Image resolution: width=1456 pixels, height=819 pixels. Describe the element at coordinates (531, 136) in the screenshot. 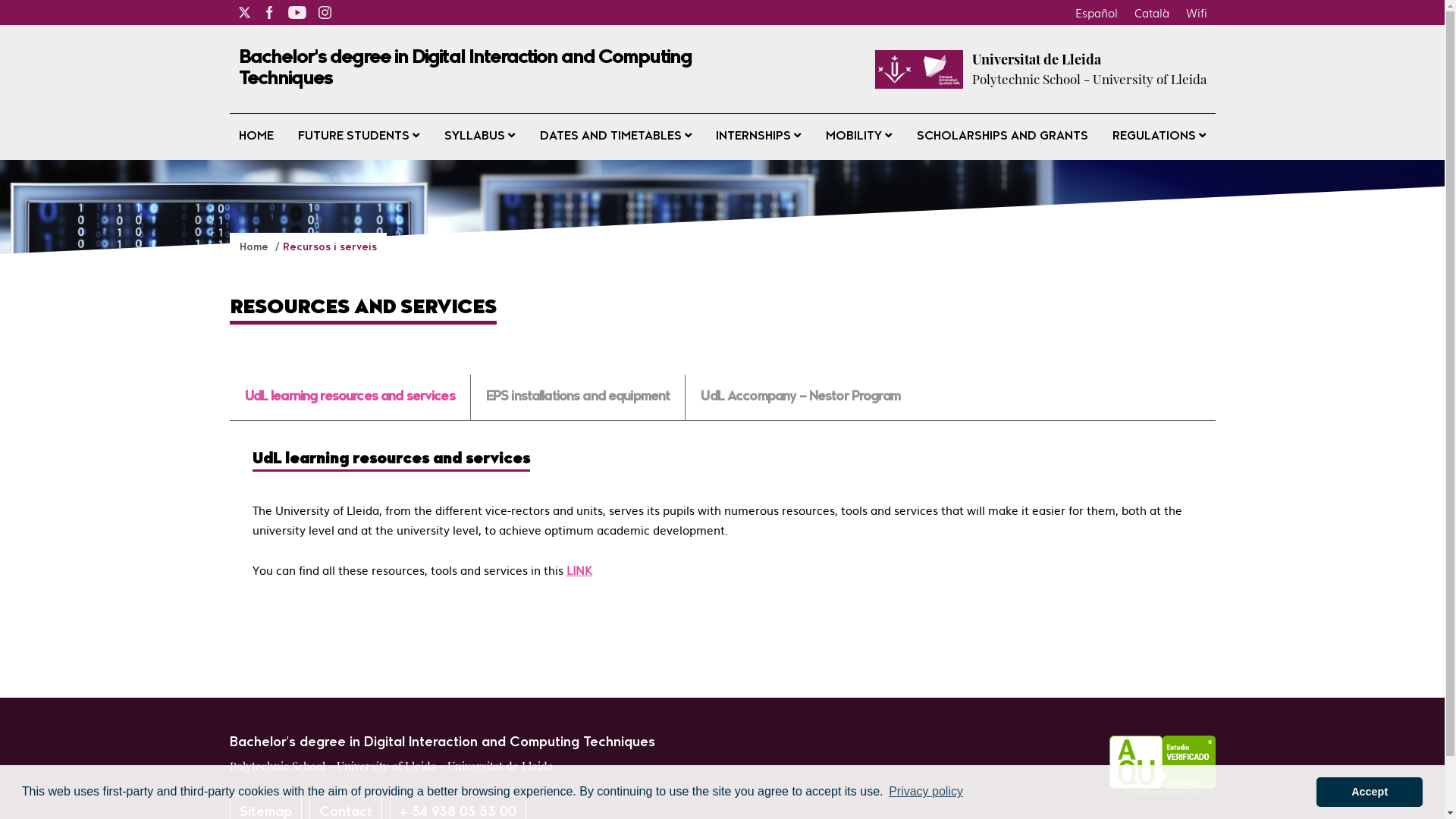

I see `'DATES AND TIMETABLES'` at that location.